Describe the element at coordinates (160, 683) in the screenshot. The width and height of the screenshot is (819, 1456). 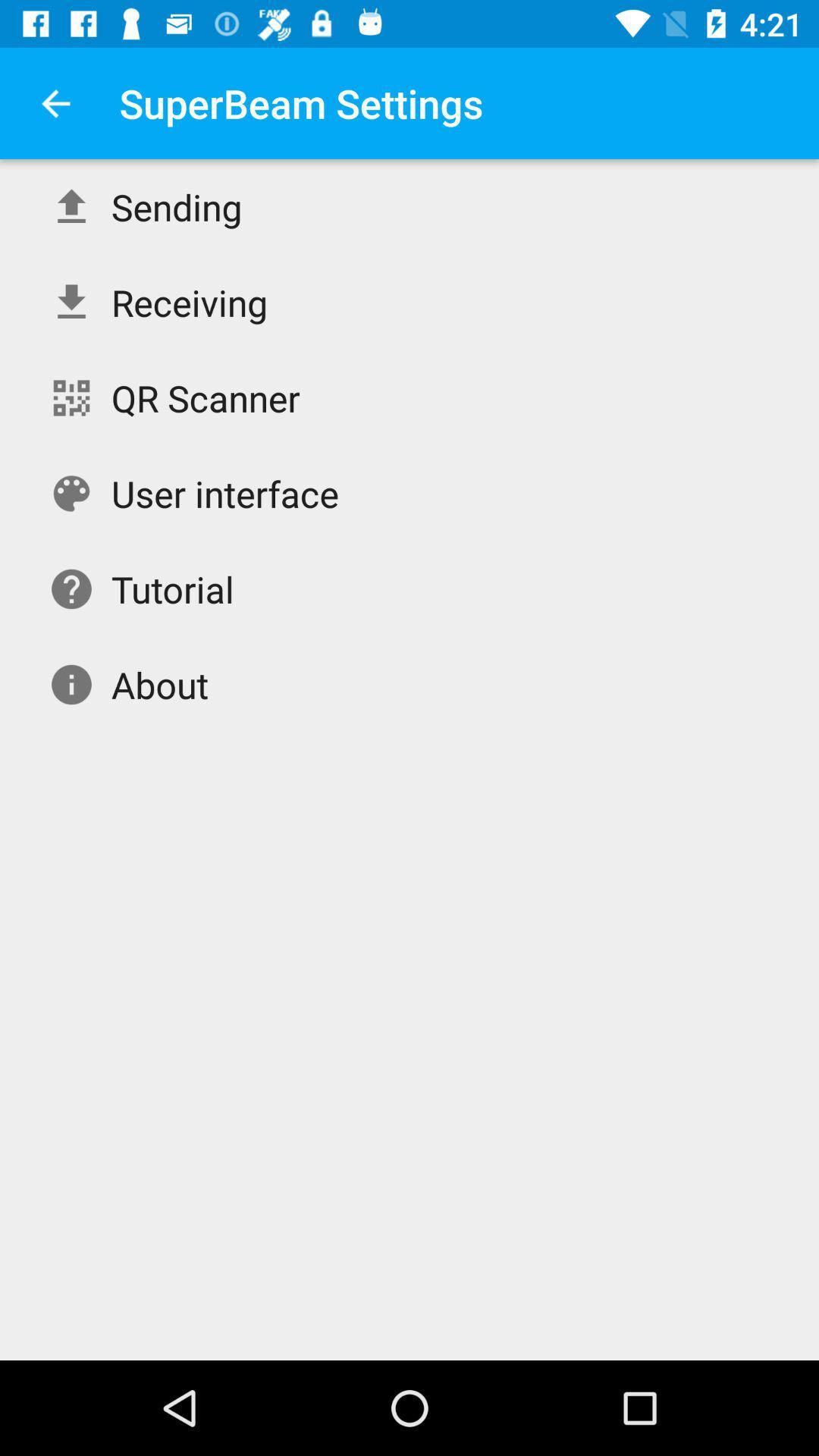
I see `icon below tutorial app` at that location.